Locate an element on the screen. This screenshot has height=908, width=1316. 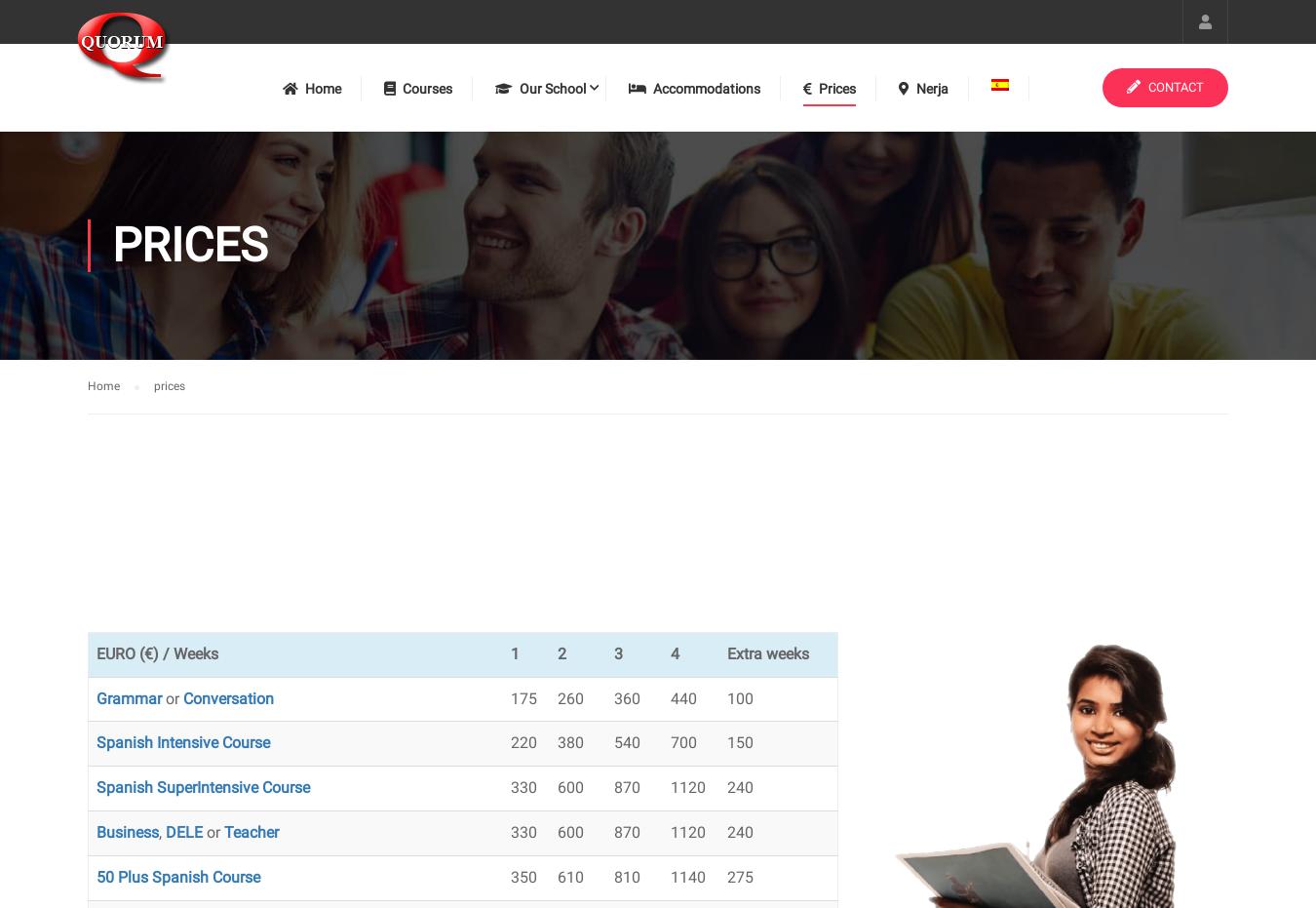
'3' is located at coordinates (617, 651).